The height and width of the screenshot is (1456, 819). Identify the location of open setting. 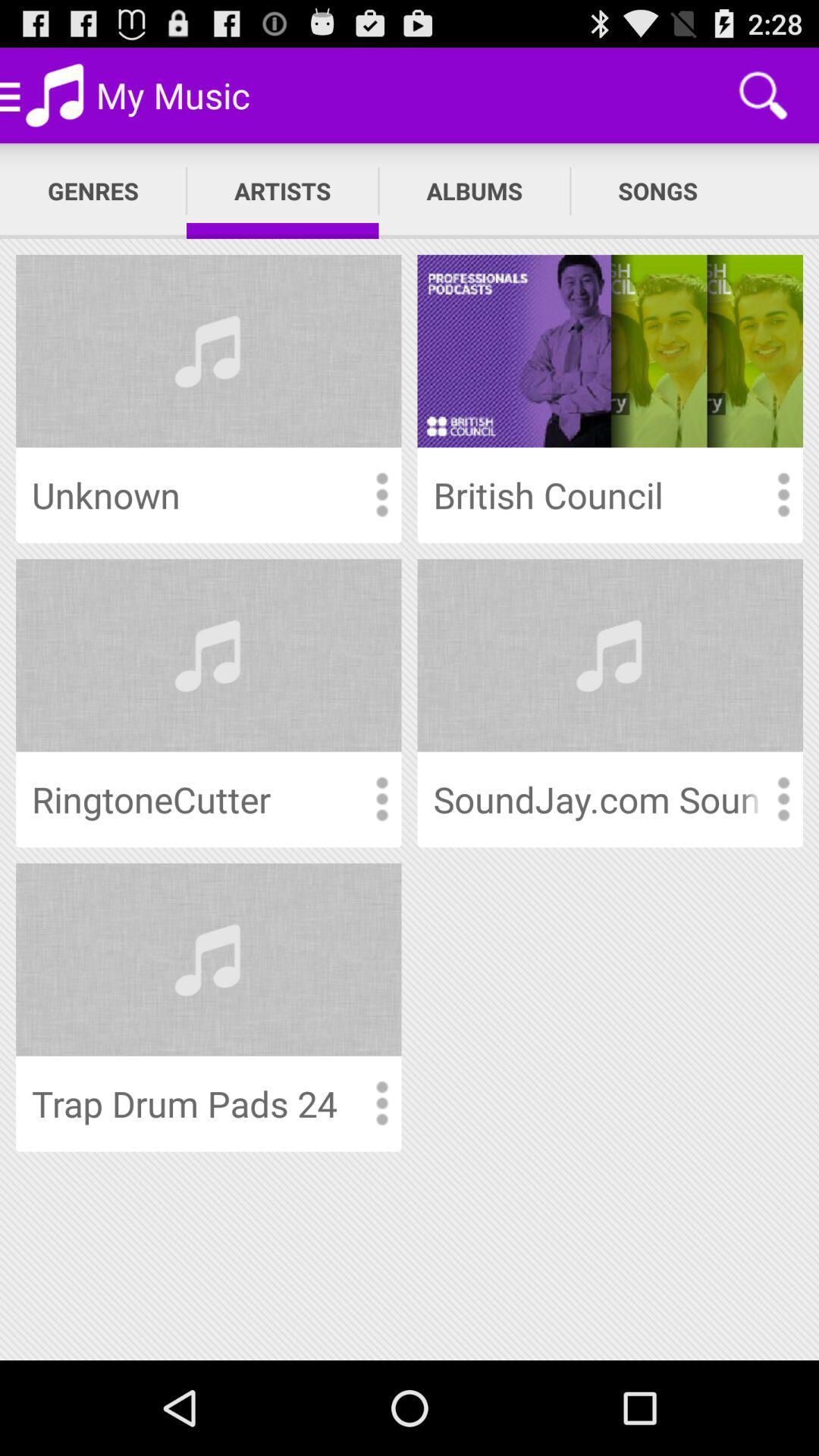
(381, 495).